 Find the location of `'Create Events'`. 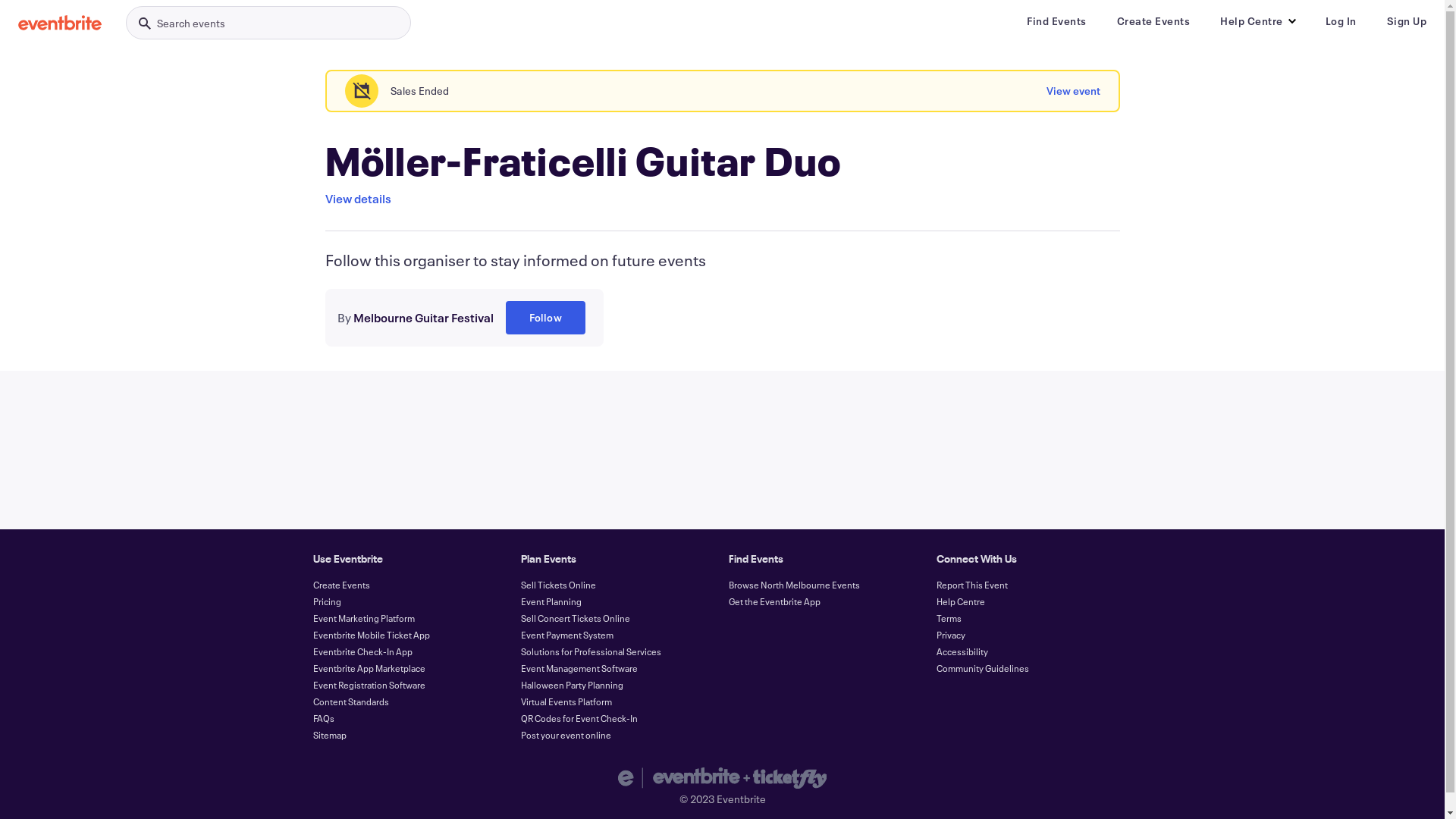

'Create Events' is located at coordinates (340, 584).